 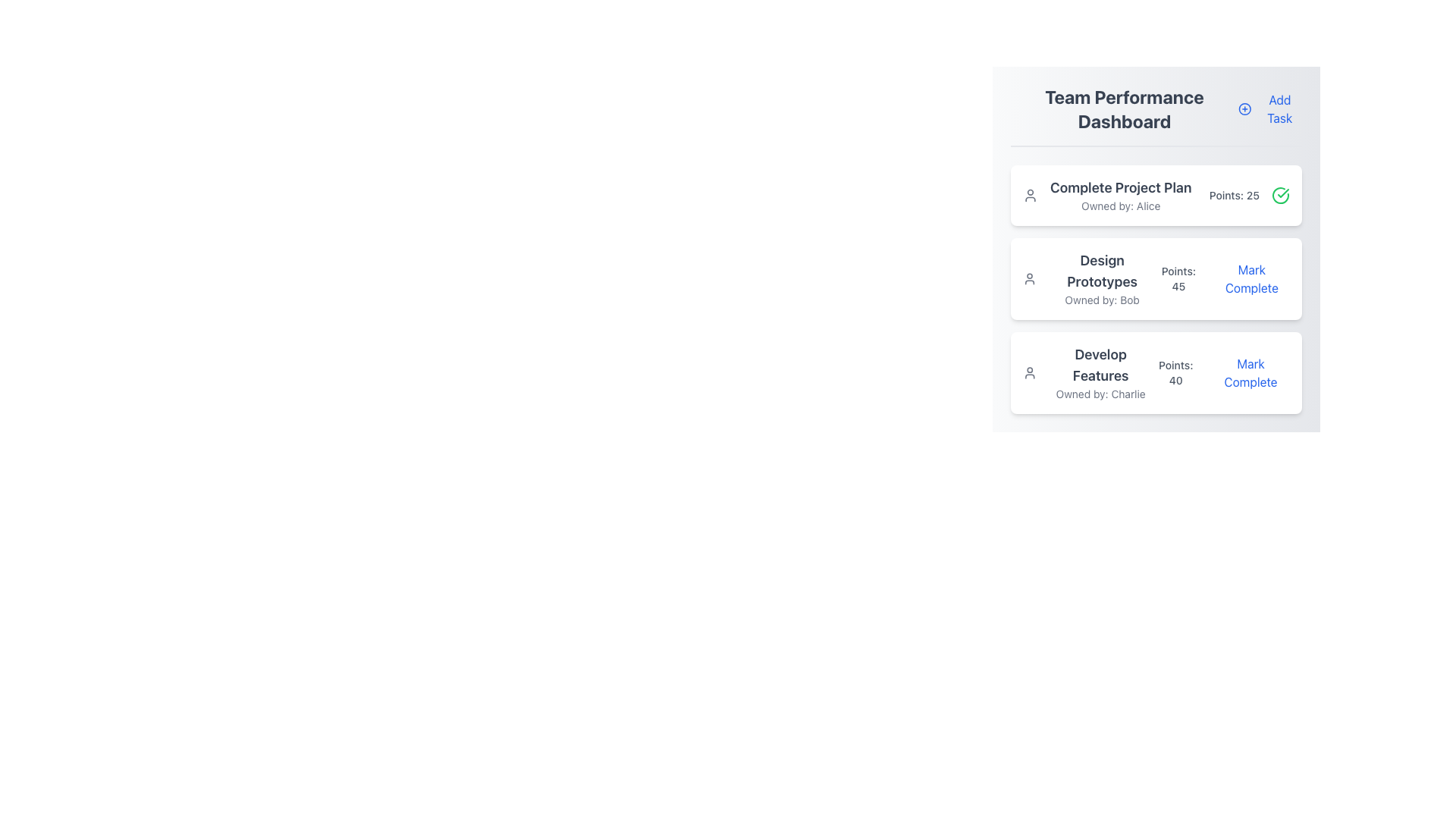 What do you see at coordinates (1102, 278) in the screenshot?
I see `the task titled 'Design Prototypes' owned by Bob in the second card of the vertical list on the 'Team Performance Dashboard'` at bounding box center [1102, 278].